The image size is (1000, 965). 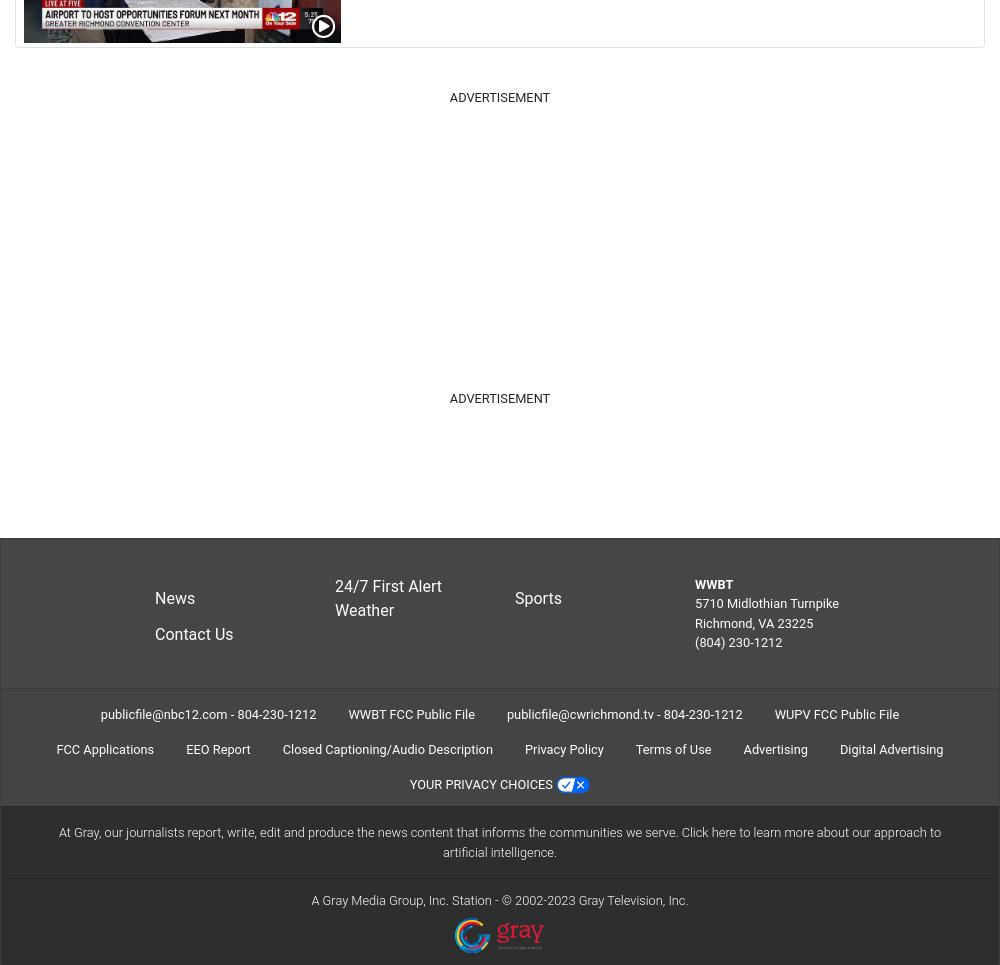 I want to click on 'FCC Applications', so click(x=56, y=748).